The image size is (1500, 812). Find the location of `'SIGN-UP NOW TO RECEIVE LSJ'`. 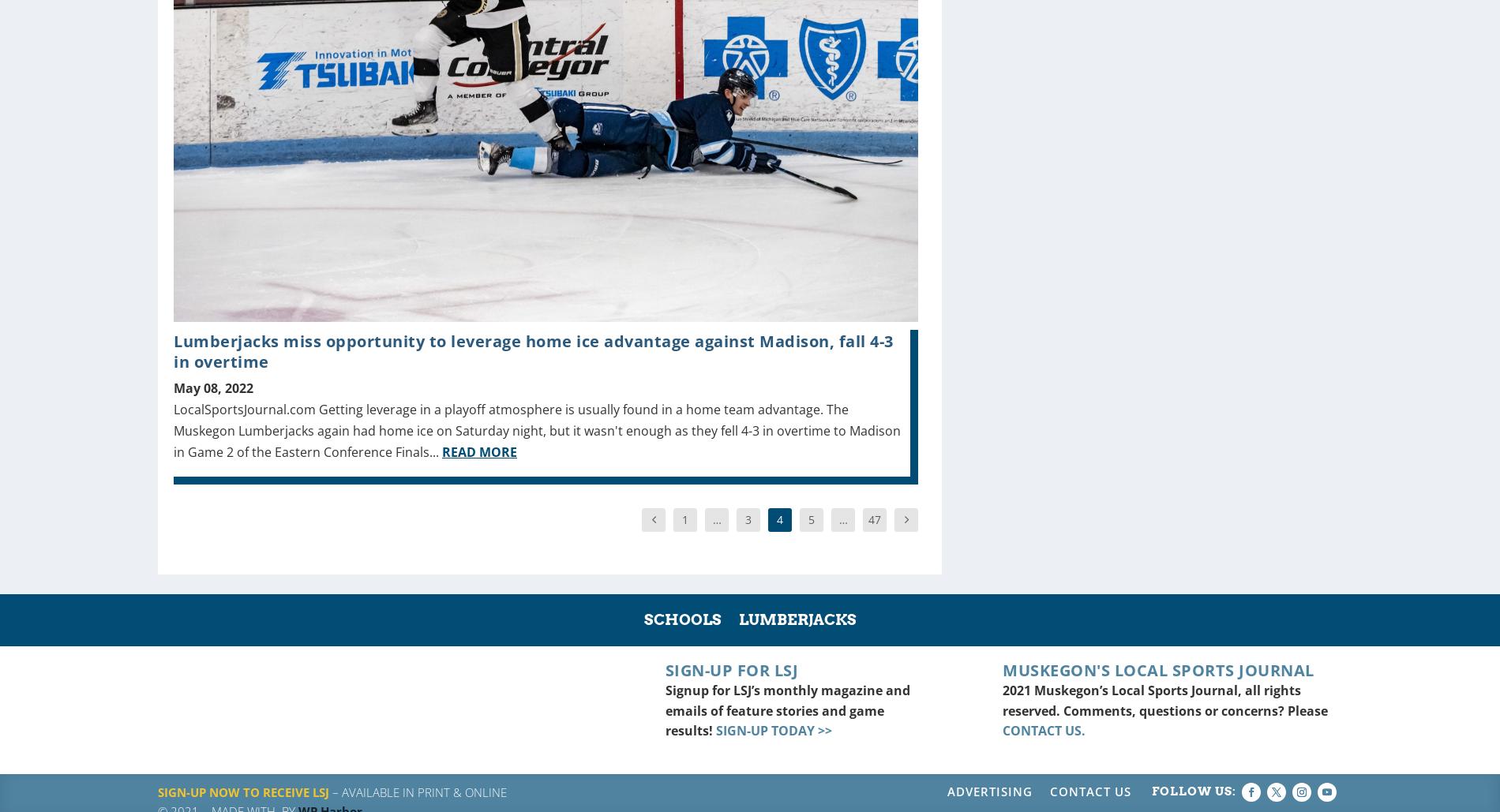

'SIGN-UP NOW TO RECEIVE LSJ' is located at coordinates (242, 791).